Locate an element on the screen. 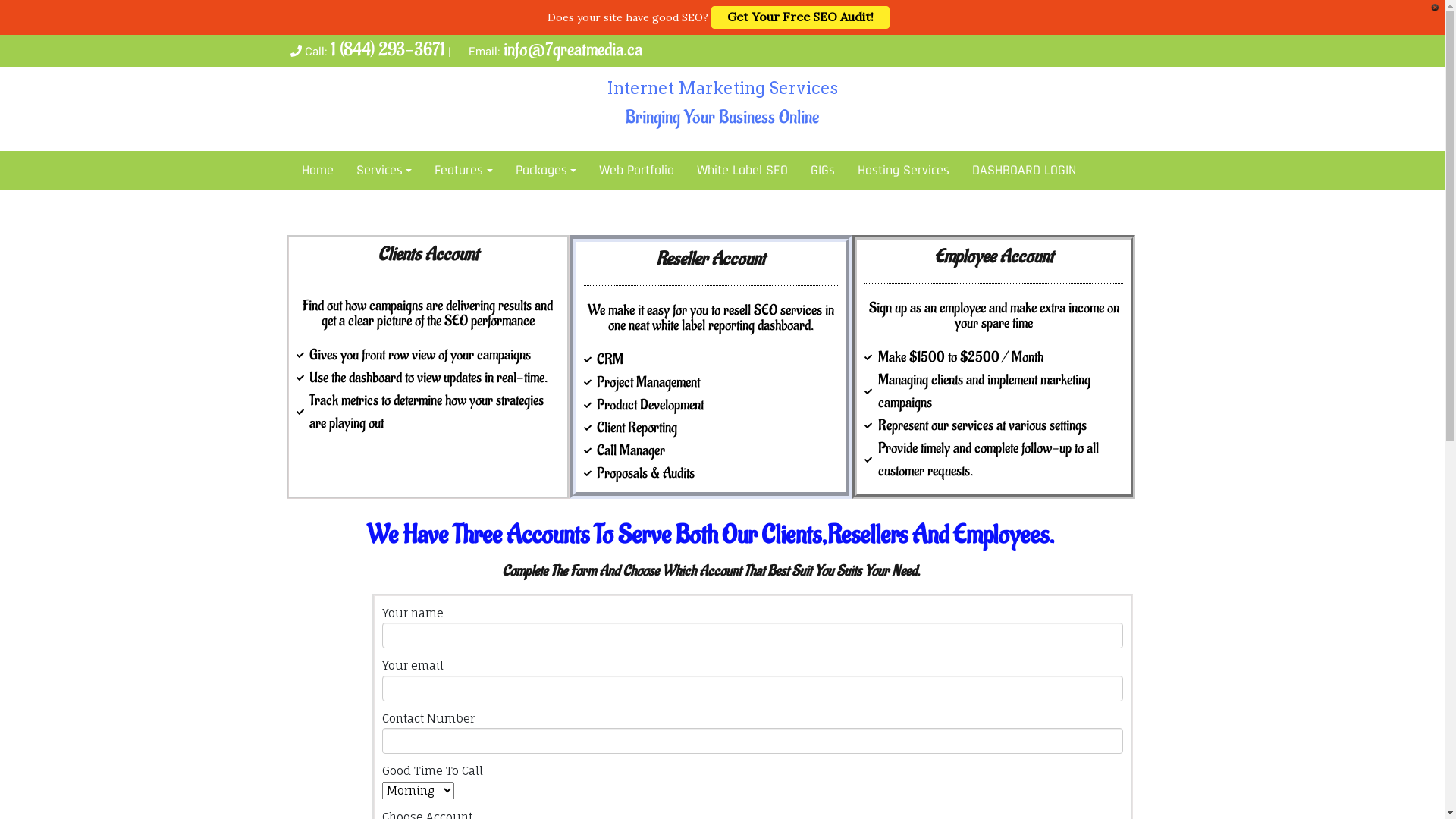 The height and width of the screenshot is (819, 1456). 'Web Portfolio' is located at coordinates (636, 170).